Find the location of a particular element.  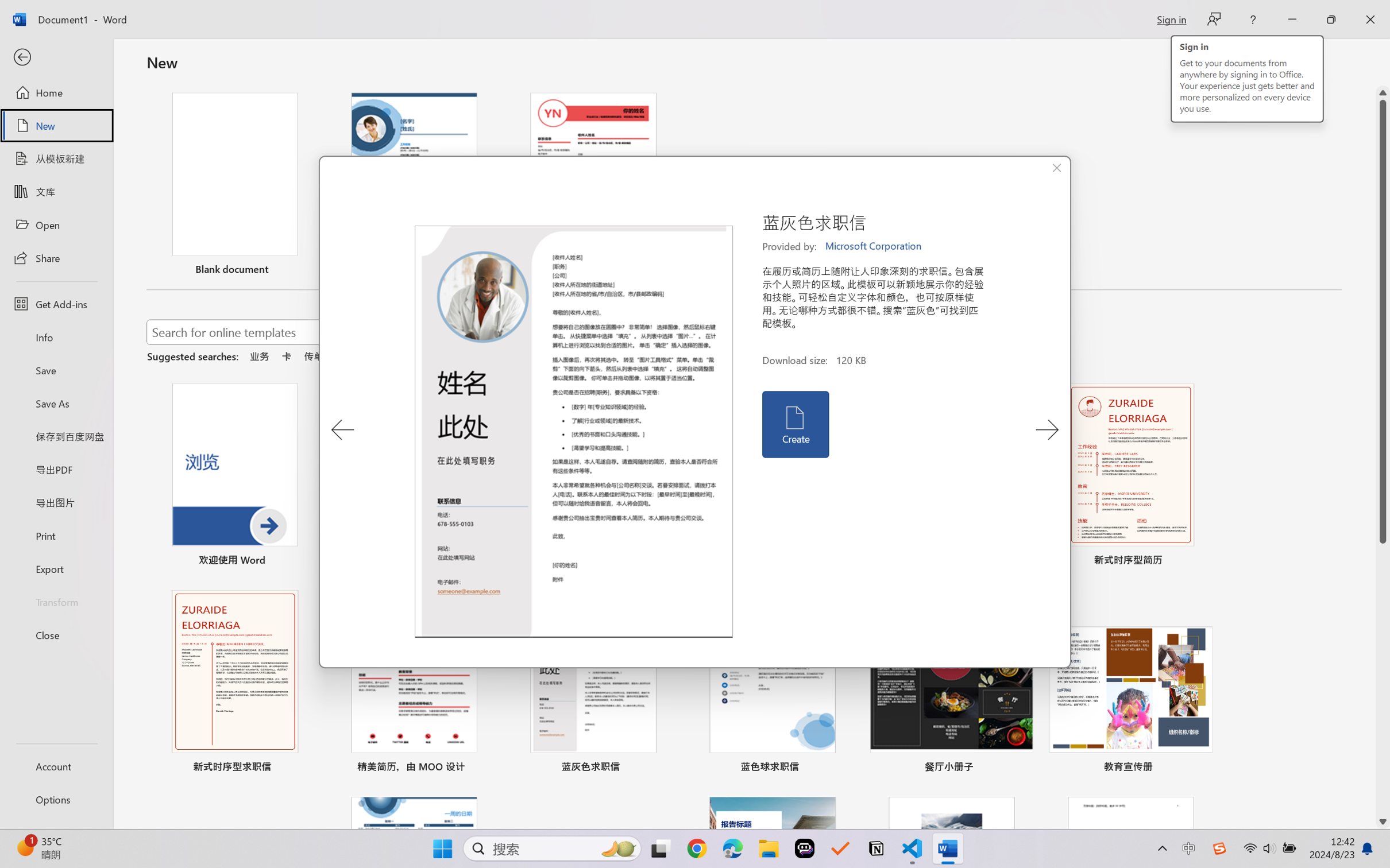

'Info' is located at coordinates (56, 336).